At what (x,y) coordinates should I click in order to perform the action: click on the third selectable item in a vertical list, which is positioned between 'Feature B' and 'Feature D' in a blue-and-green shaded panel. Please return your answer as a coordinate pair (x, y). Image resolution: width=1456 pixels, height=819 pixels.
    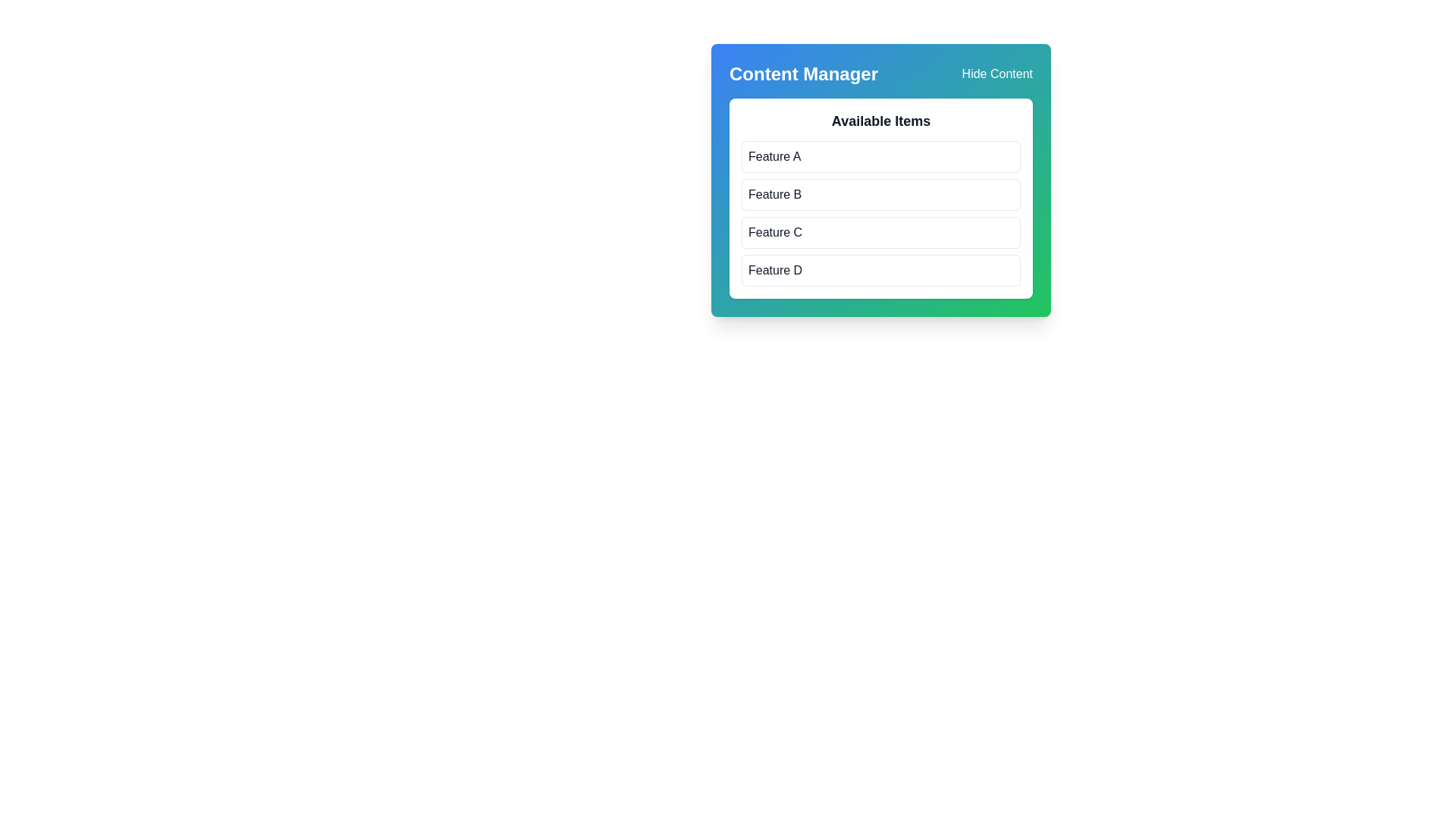
    Looking at the image, I should click on (880, 233).